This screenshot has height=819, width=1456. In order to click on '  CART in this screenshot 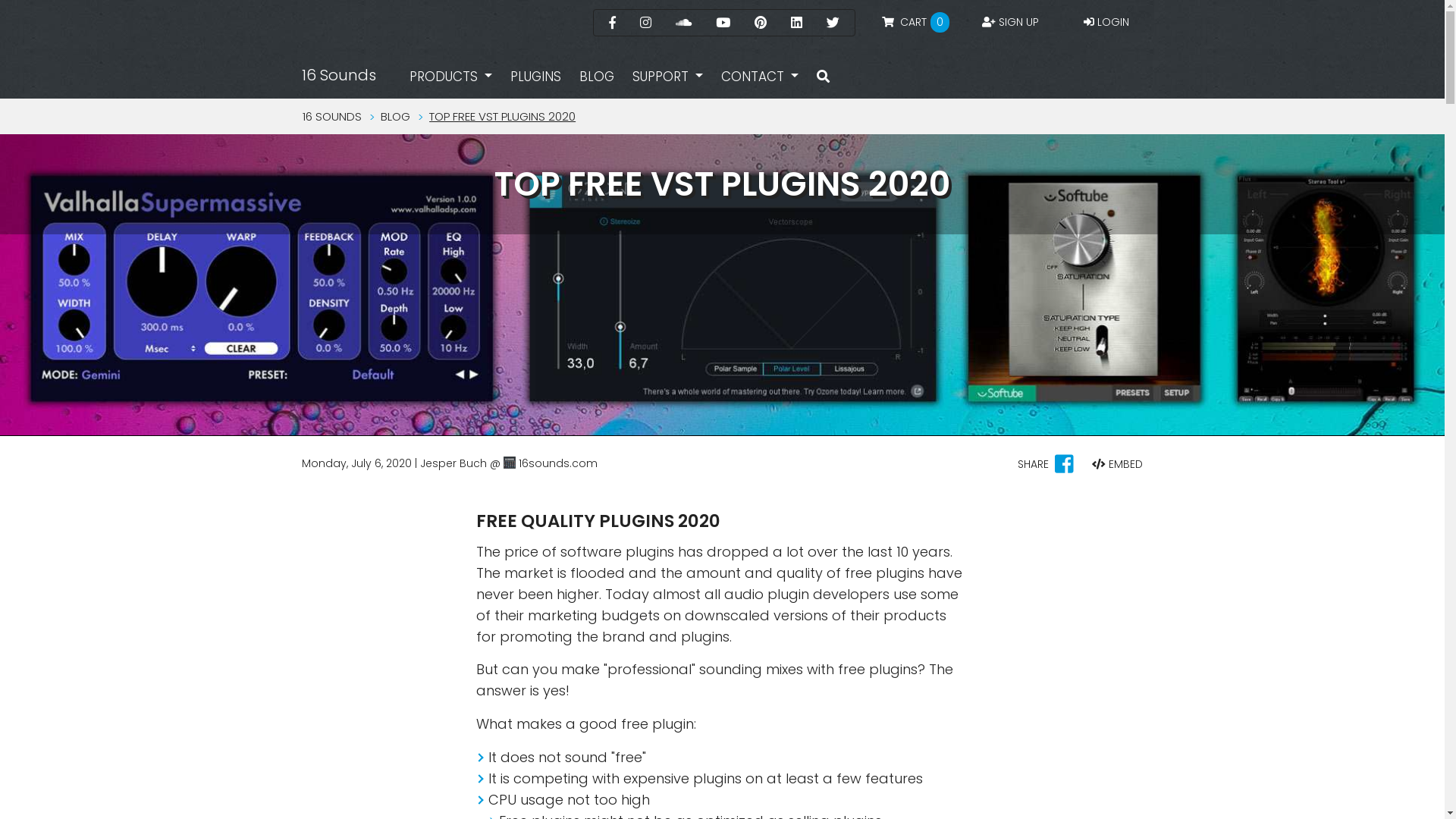, I will do `click(877, 22)`.